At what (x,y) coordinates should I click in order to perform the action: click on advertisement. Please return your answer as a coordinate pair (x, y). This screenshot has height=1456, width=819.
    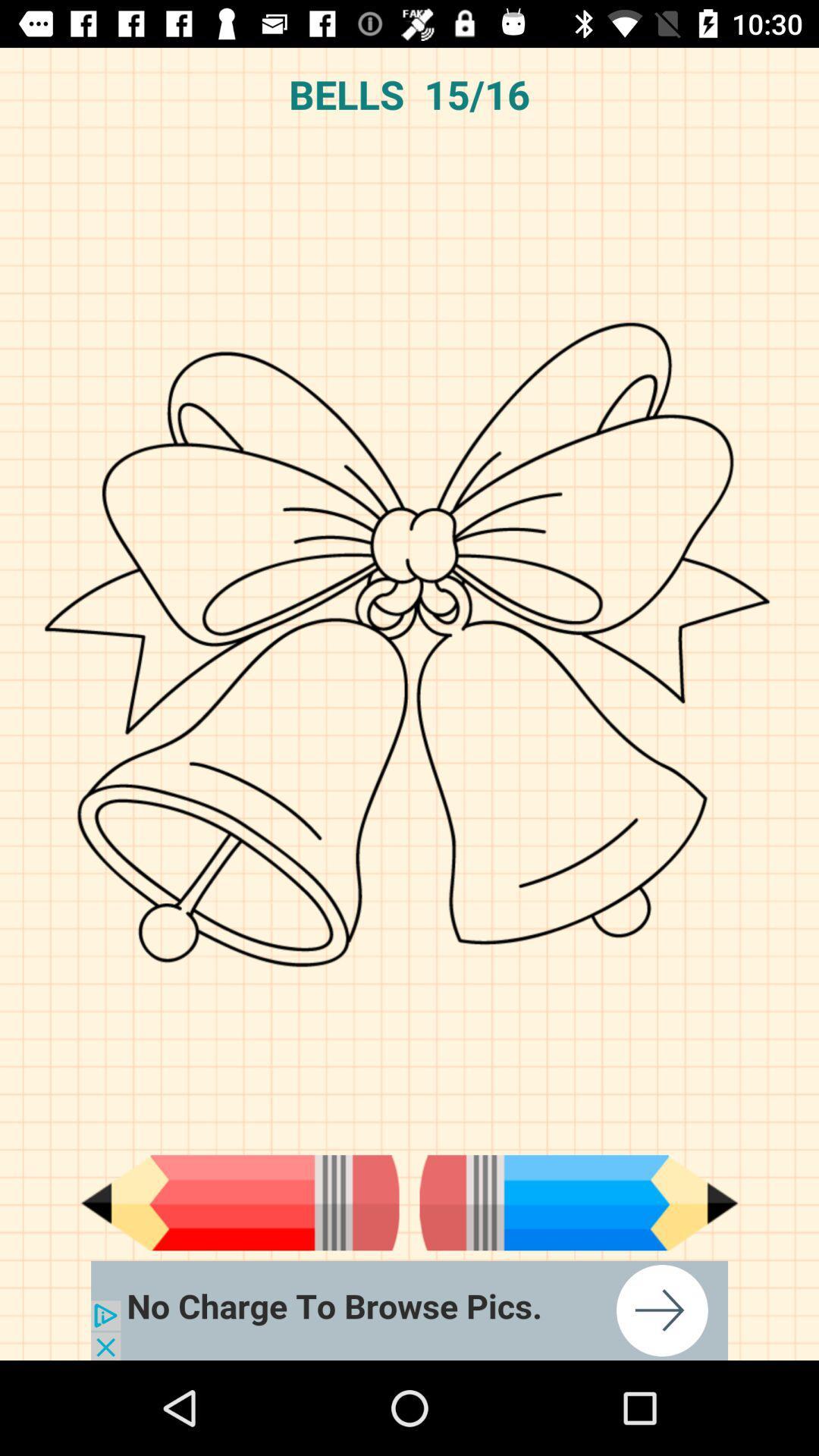
    Looking at the image, I should click on (409, 1310).